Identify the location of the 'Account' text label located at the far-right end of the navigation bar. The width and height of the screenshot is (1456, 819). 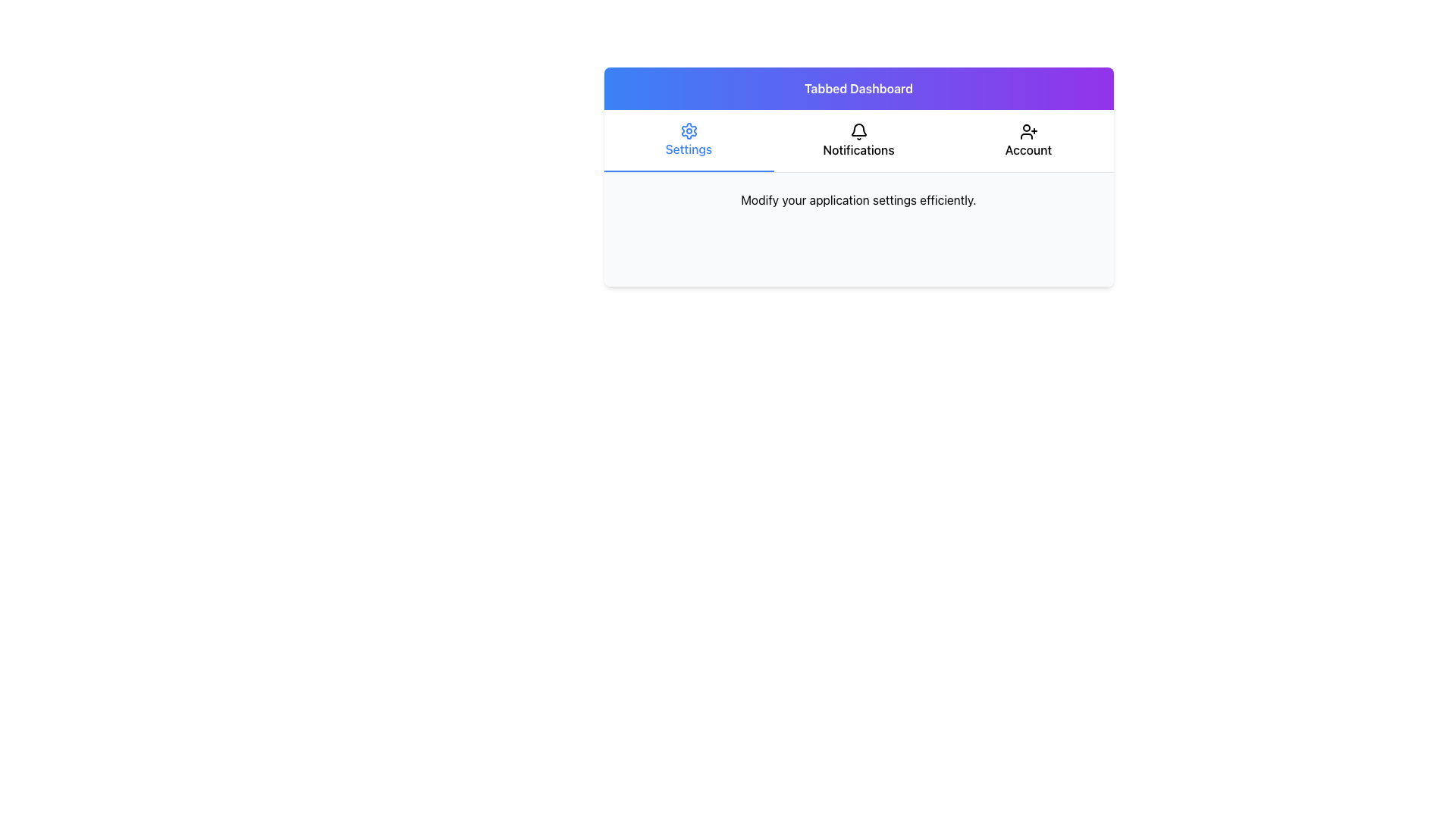
(1028, 149).